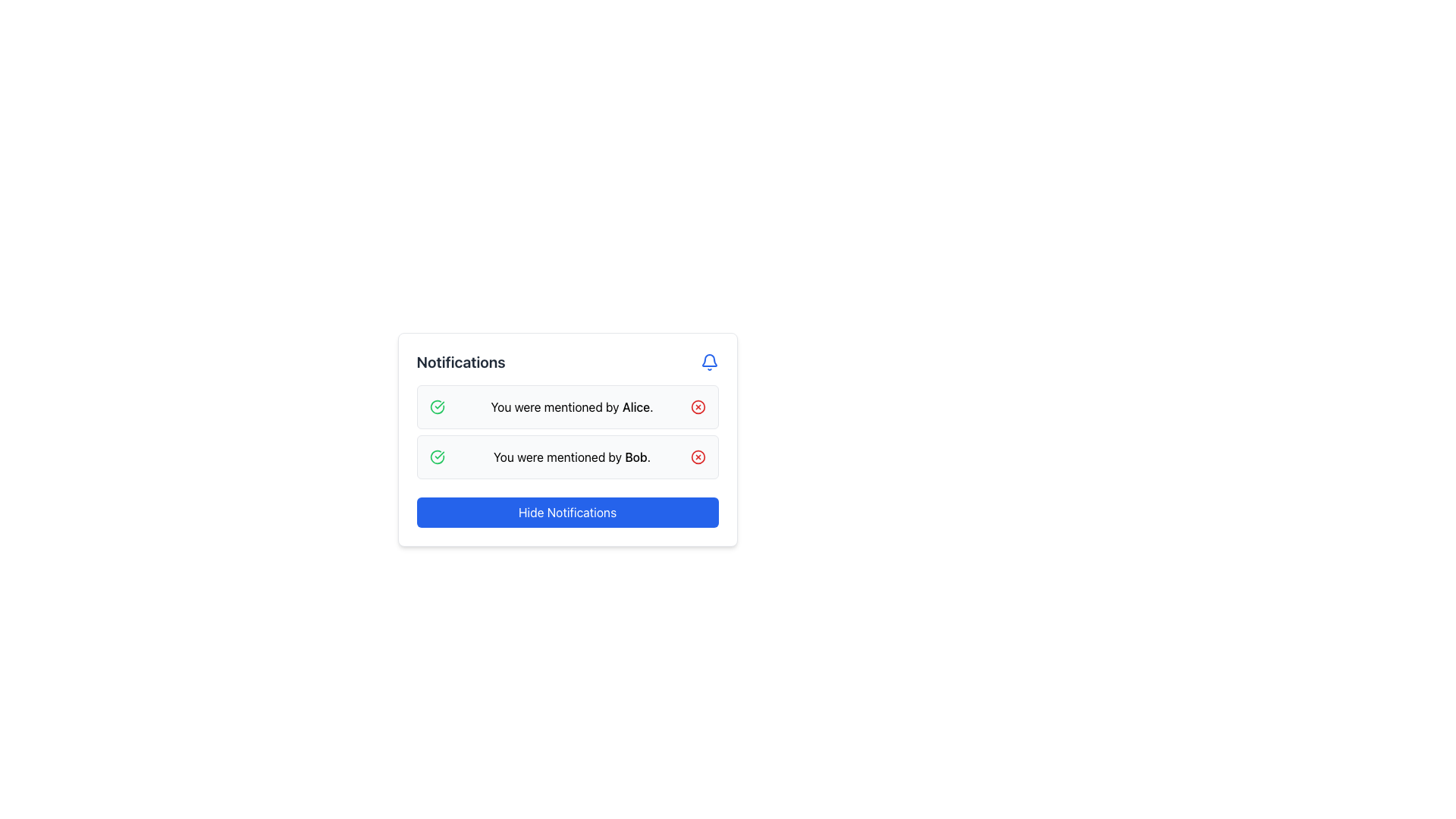  Describe the element at coordinates (460, 362) in the screenshot. I see `text element that serves as a title or heading for the notification panel, located near the top left of the panel` at that location.